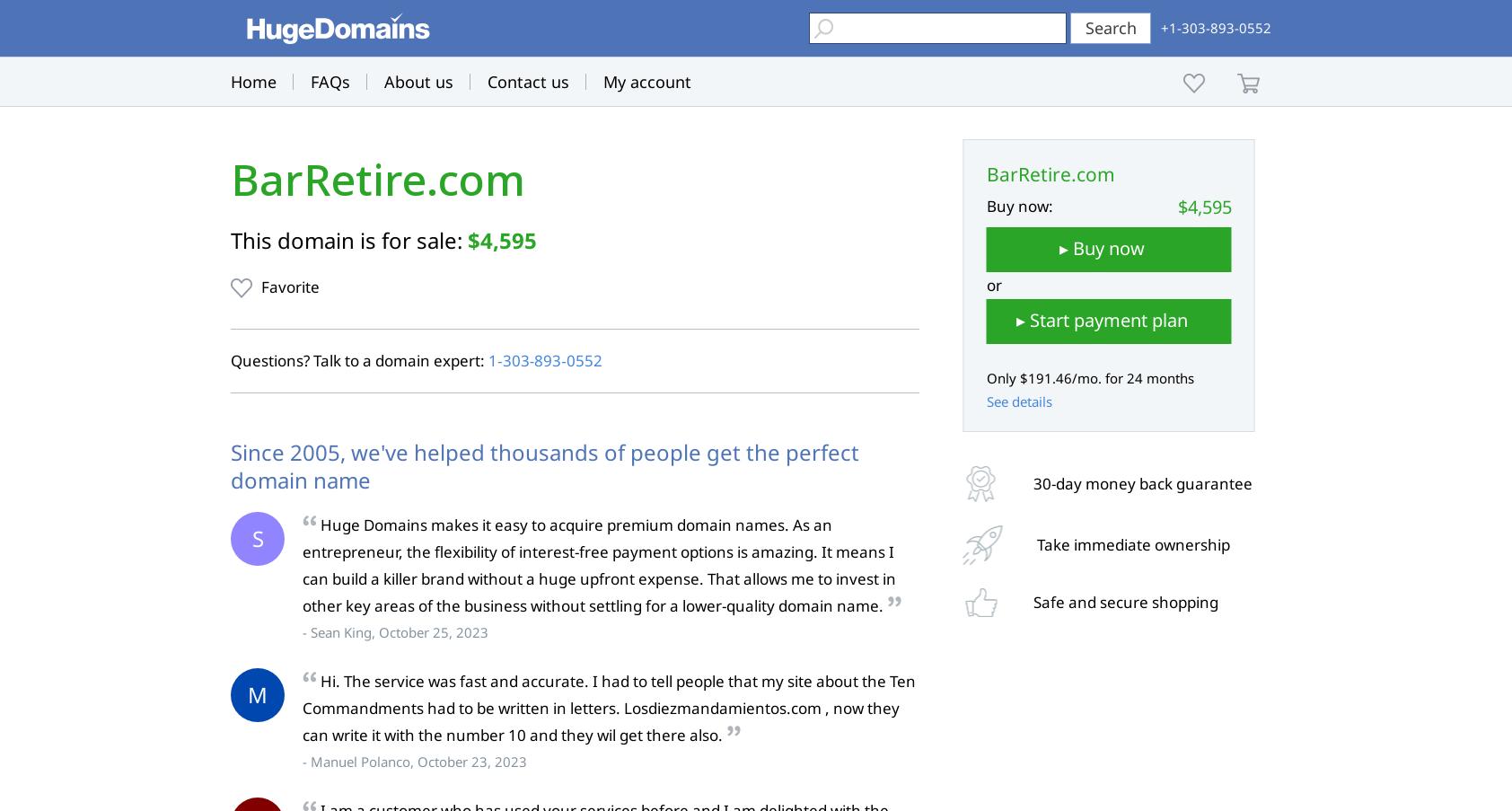 This screenshot has height=811, width=1512. What do you see at coordinates (527, 82) in the screenshot?
I see `'Contact us'` at bounding box center [527, 82].